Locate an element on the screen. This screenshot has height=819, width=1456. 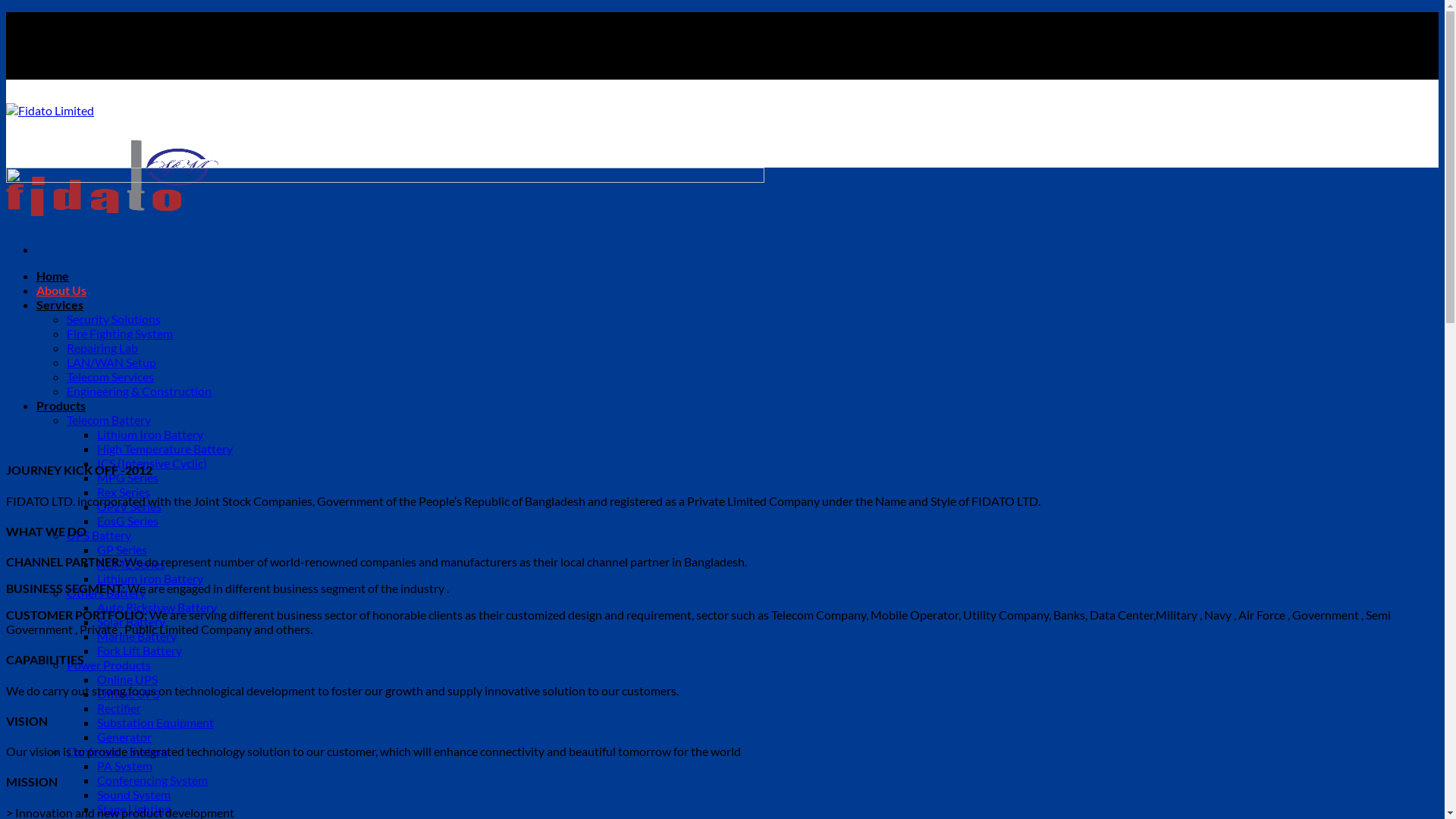
'Products' is located at coordinates (61, 404).